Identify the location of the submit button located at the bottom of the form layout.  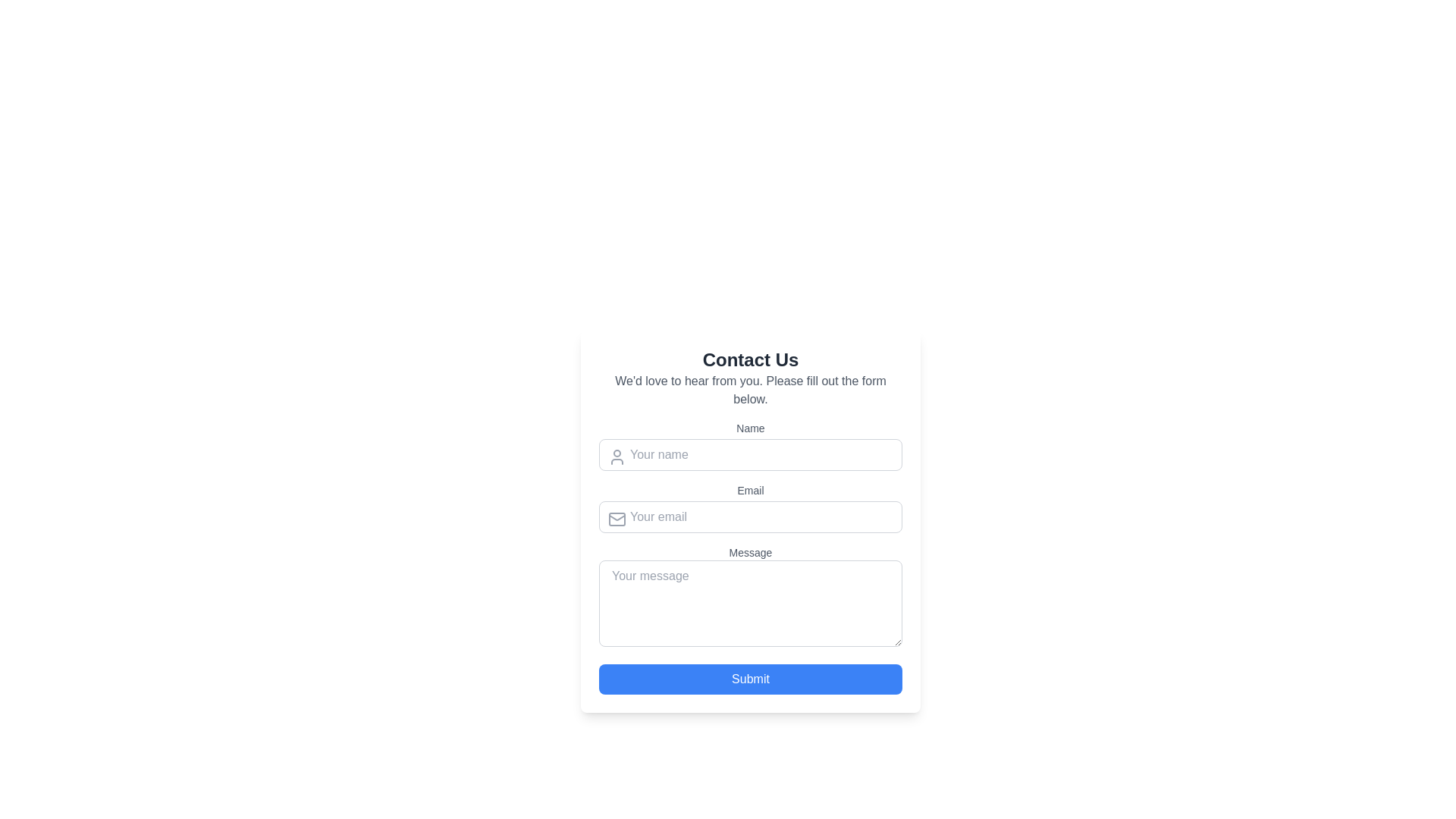
(750, 678).